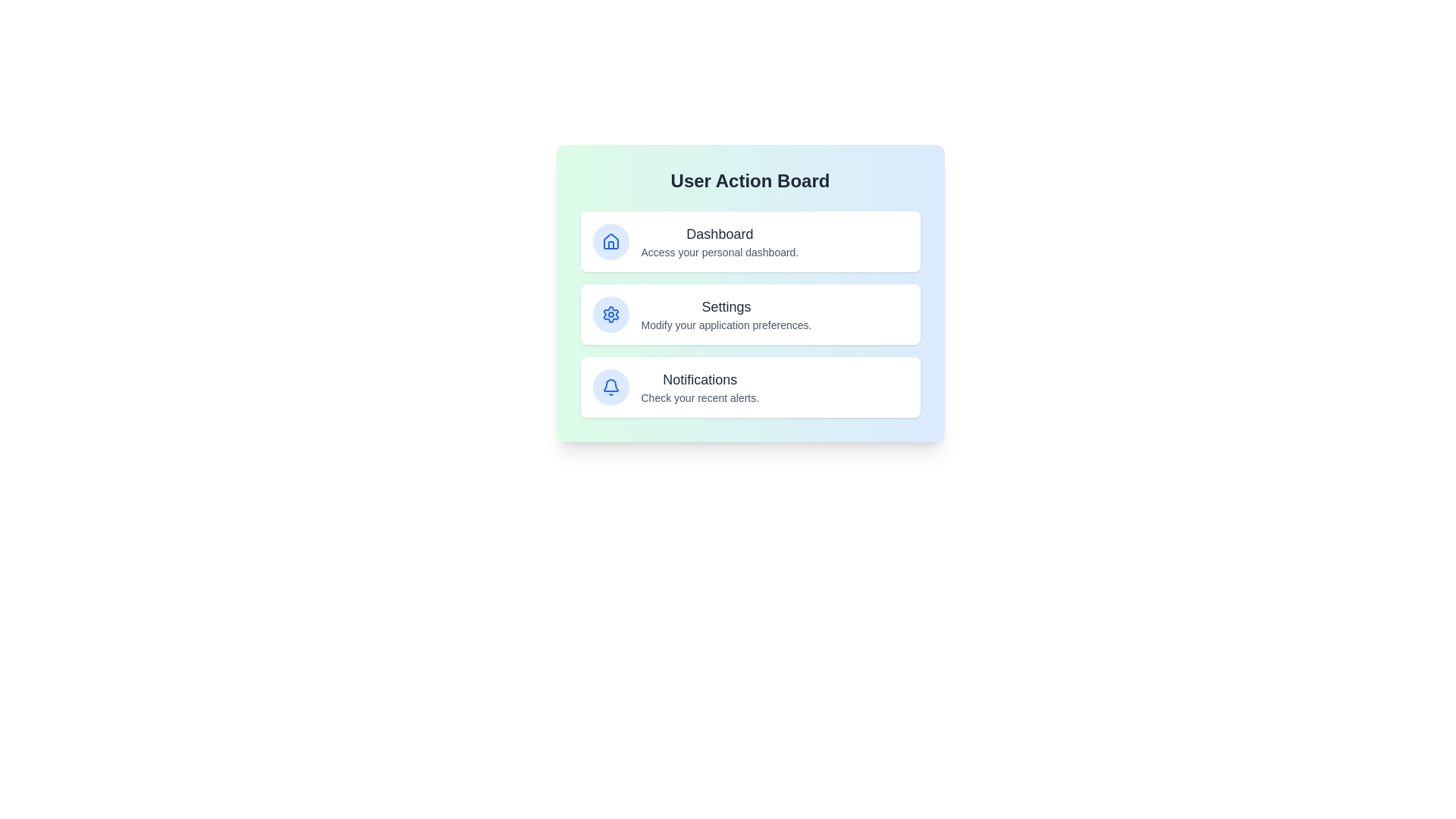  Describe the element at coordinates (750, 314) in the screenshot. I see `the 'Settings' action card to open the Settings` at that location.